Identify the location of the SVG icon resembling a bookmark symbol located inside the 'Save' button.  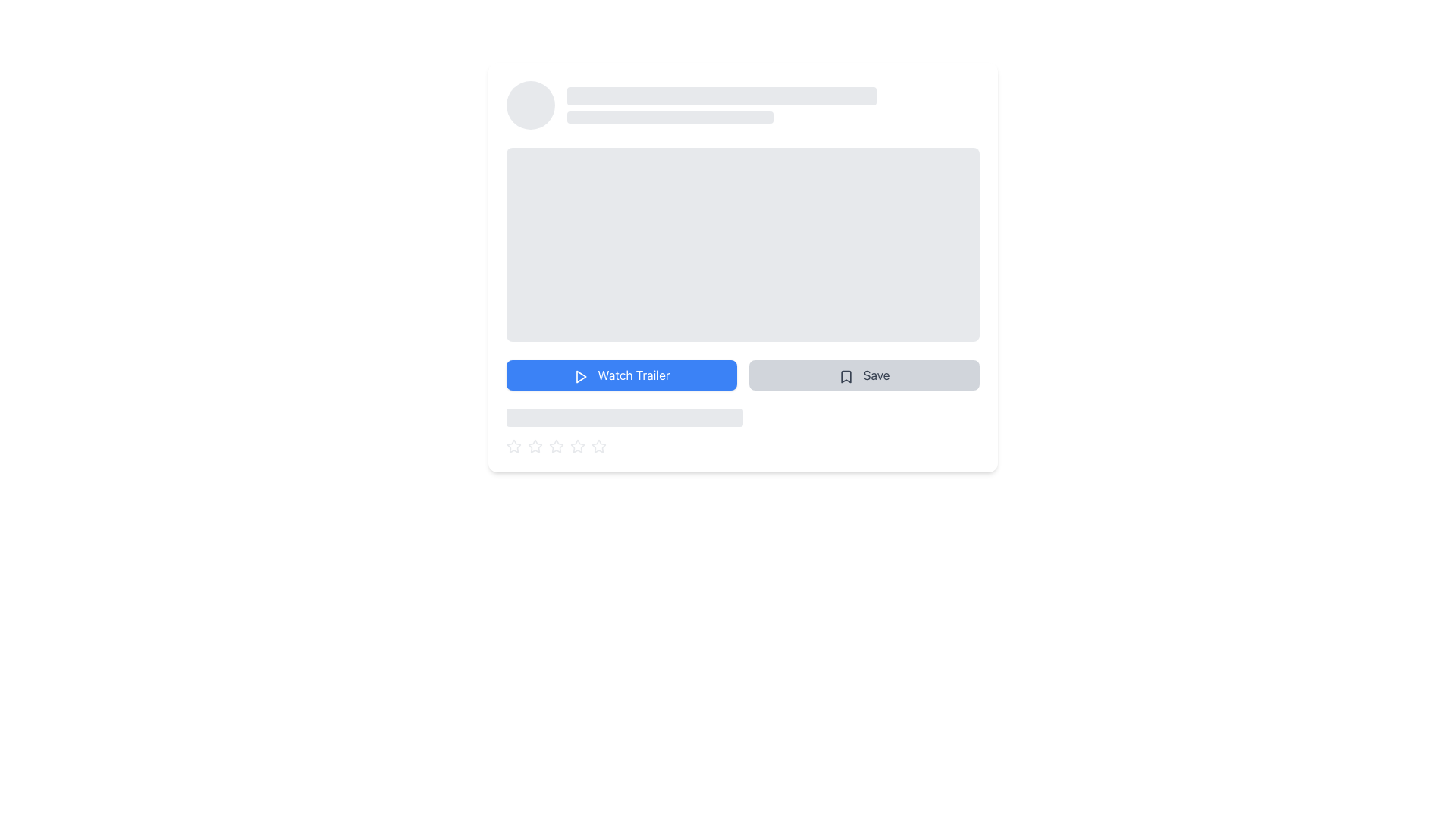
(846, 375).